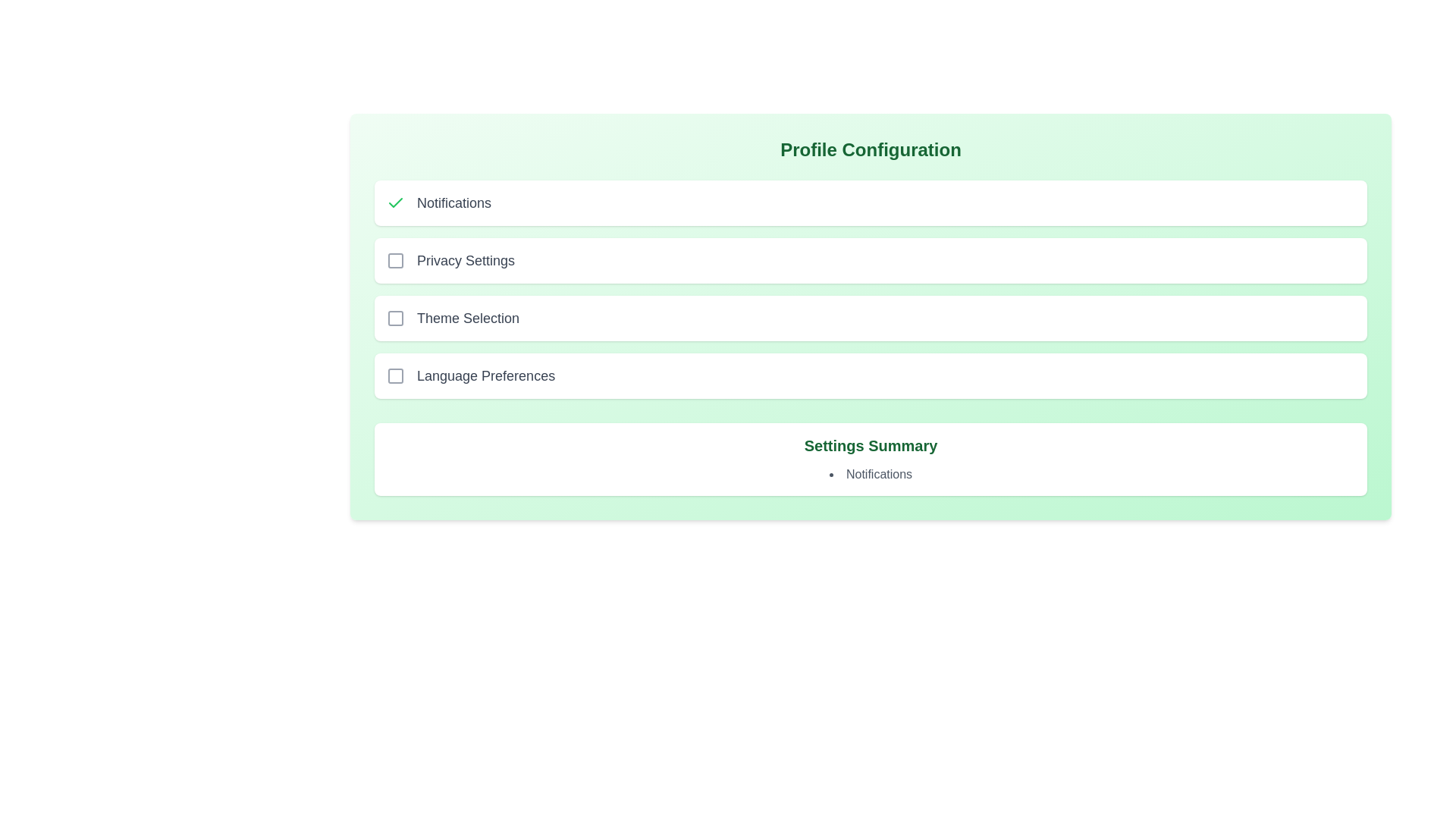  Describe the element at coordinates (396, 318) in the screenshot. I see `the checkbox for the 'Theme Selection' option, which is the third checkbox from the top, located below 'Privacy Settings' and above 'Language Preferences'` at that location.